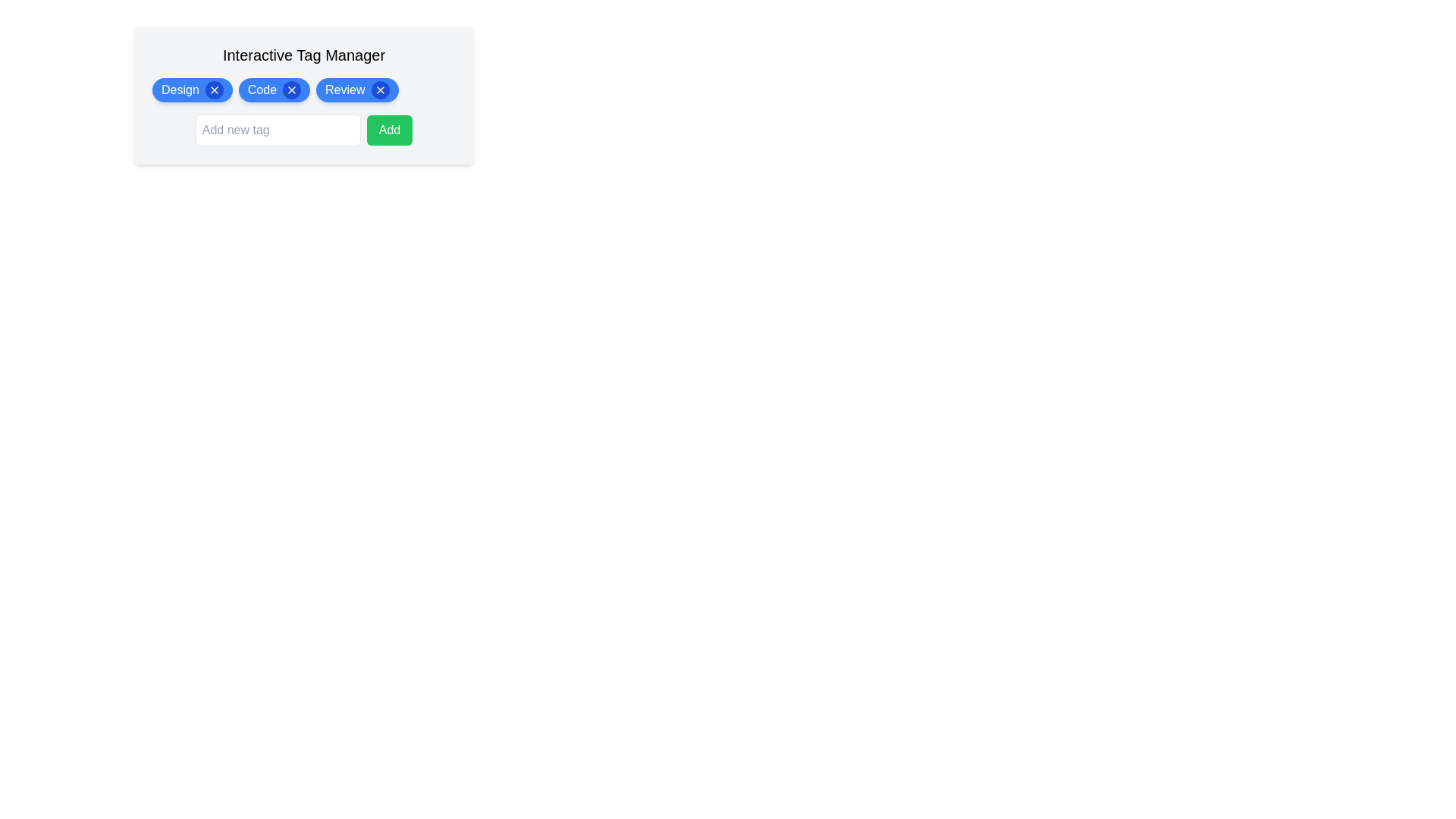  I want to click on the 'Review' label which is styled with a blue background and white text, positioned as the third tag in a horizontal group below 'Interactive Tag Manager', so click(344, 90).